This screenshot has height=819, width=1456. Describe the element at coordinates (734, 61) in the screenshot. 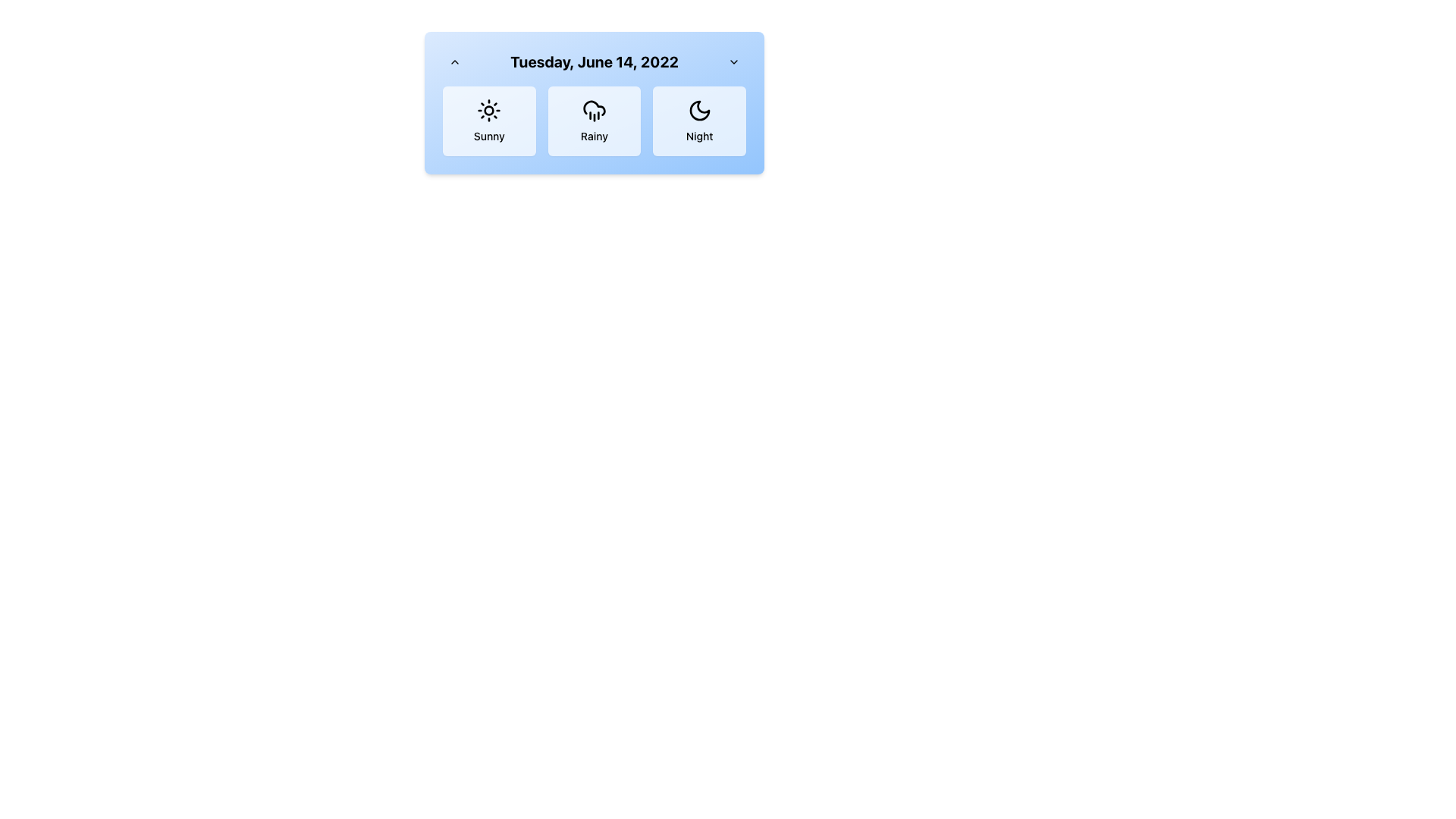

I see `the dropdown toggle button located at the far-right side of the header displaying 'Tuesday, June 14, 2022'` at that location.